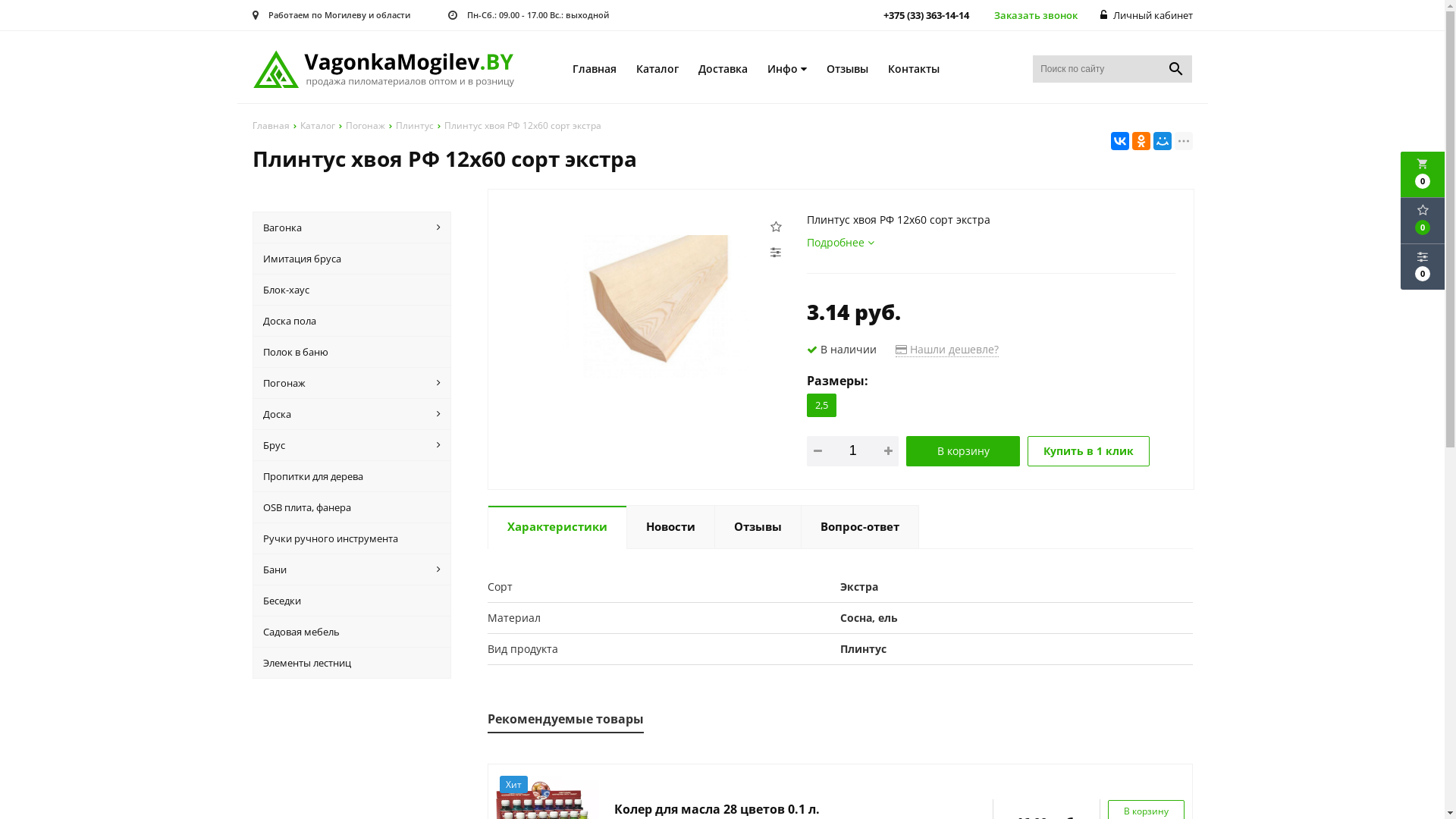 The width and height of the screenshot is (1456, 819). Describe the element at coordinates (924, 14) in the screenshot. I see `'+375 (33) 363-14-14'` at that location.